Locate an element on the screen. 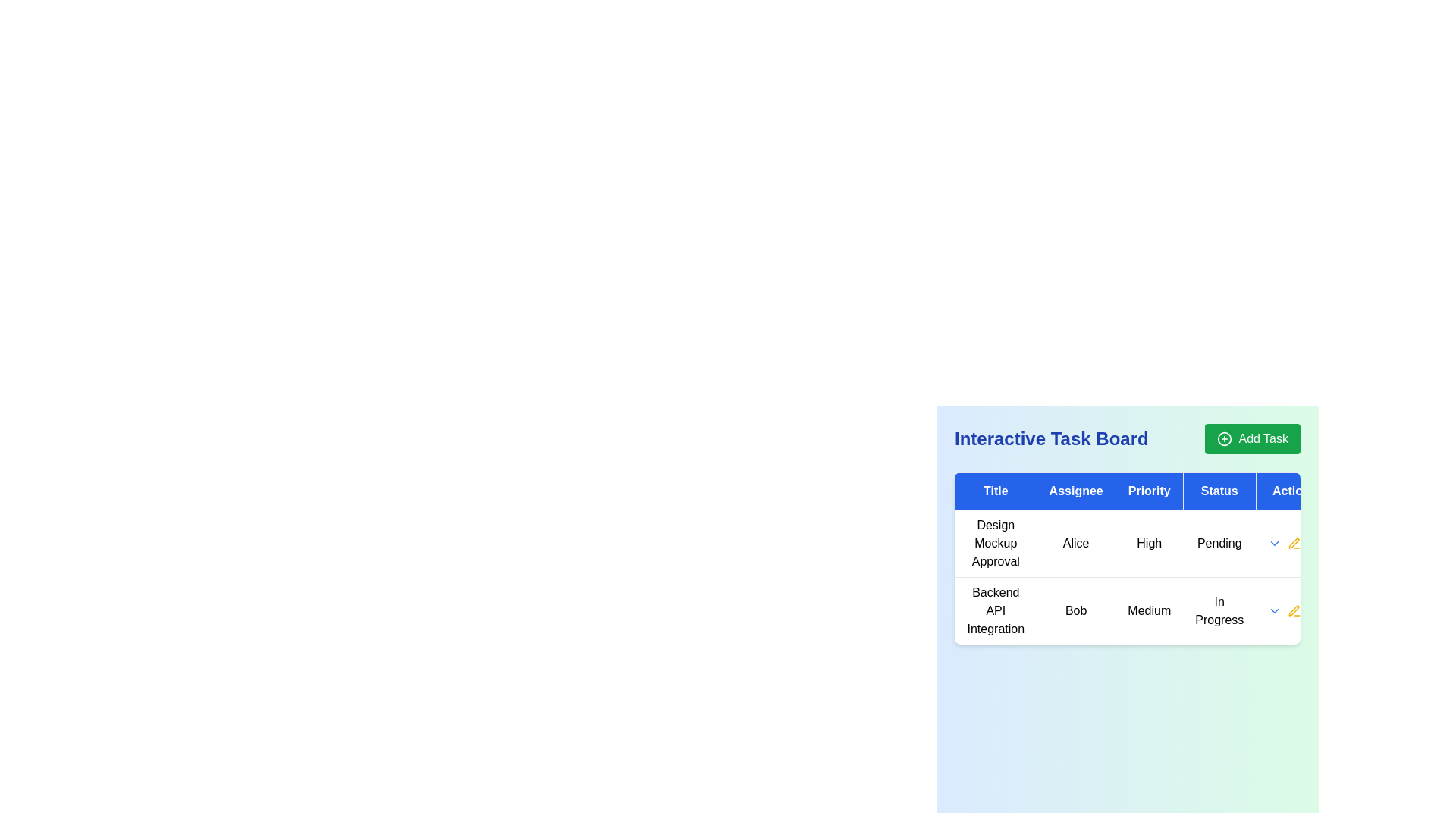 The height and width of the screenshot is (819, 1456). the 'Pending' label in the 'Status' column of the task board table, which has a white background and is located under the task titled 'Design Mockup Approval' is located at coordinates (1219, 543).